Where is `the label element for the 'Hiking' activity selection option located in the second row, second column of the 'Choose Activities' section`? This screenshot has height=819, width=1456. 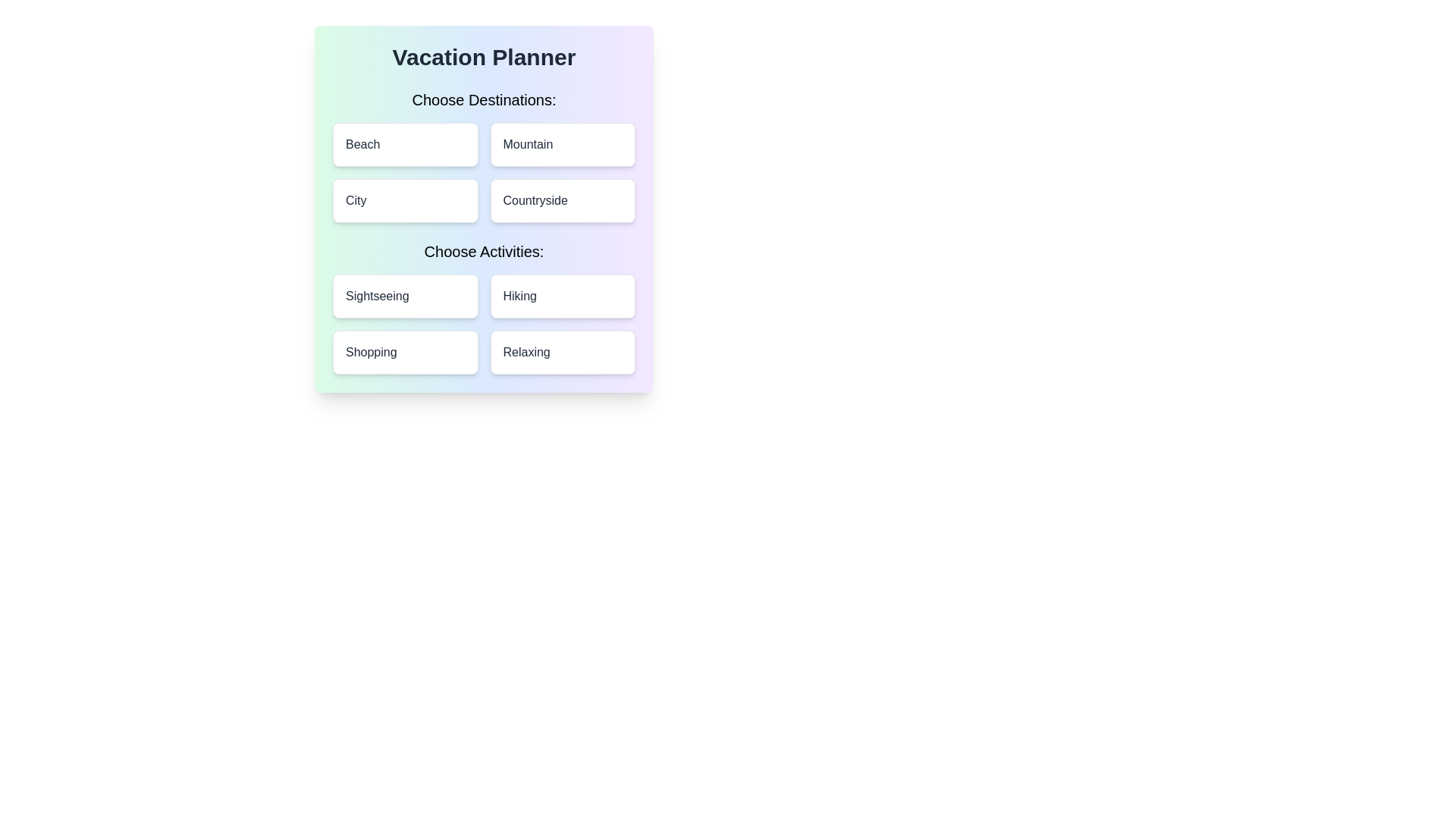
the label element for the 'Hiking' activity selection option located in the second row, second column of the 'Choose Activities' section is located at coordinates (519, 296).